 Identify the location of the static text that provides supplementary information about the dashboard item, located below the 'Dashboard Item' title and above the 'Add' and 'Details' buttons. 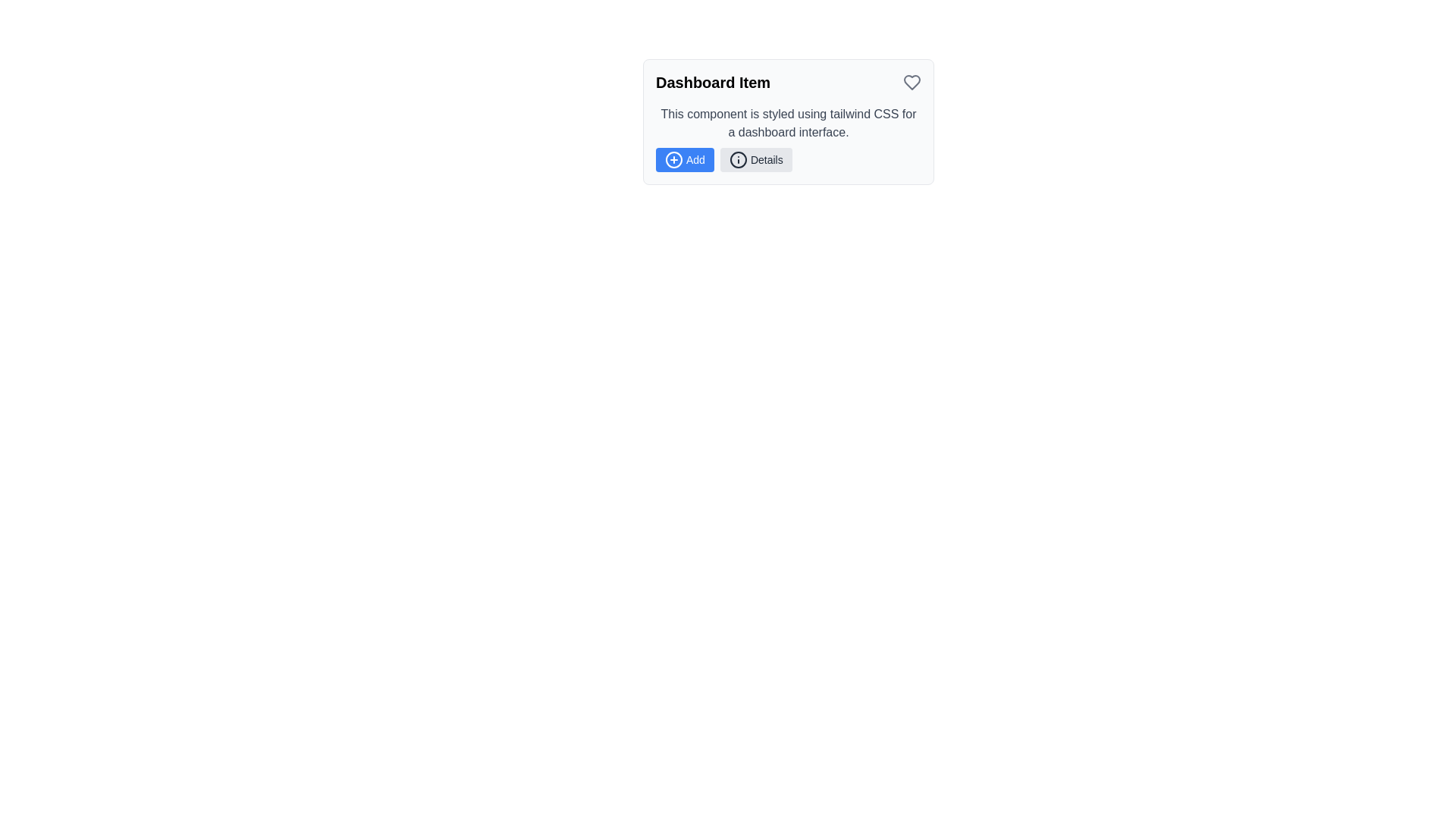
(789, 122).